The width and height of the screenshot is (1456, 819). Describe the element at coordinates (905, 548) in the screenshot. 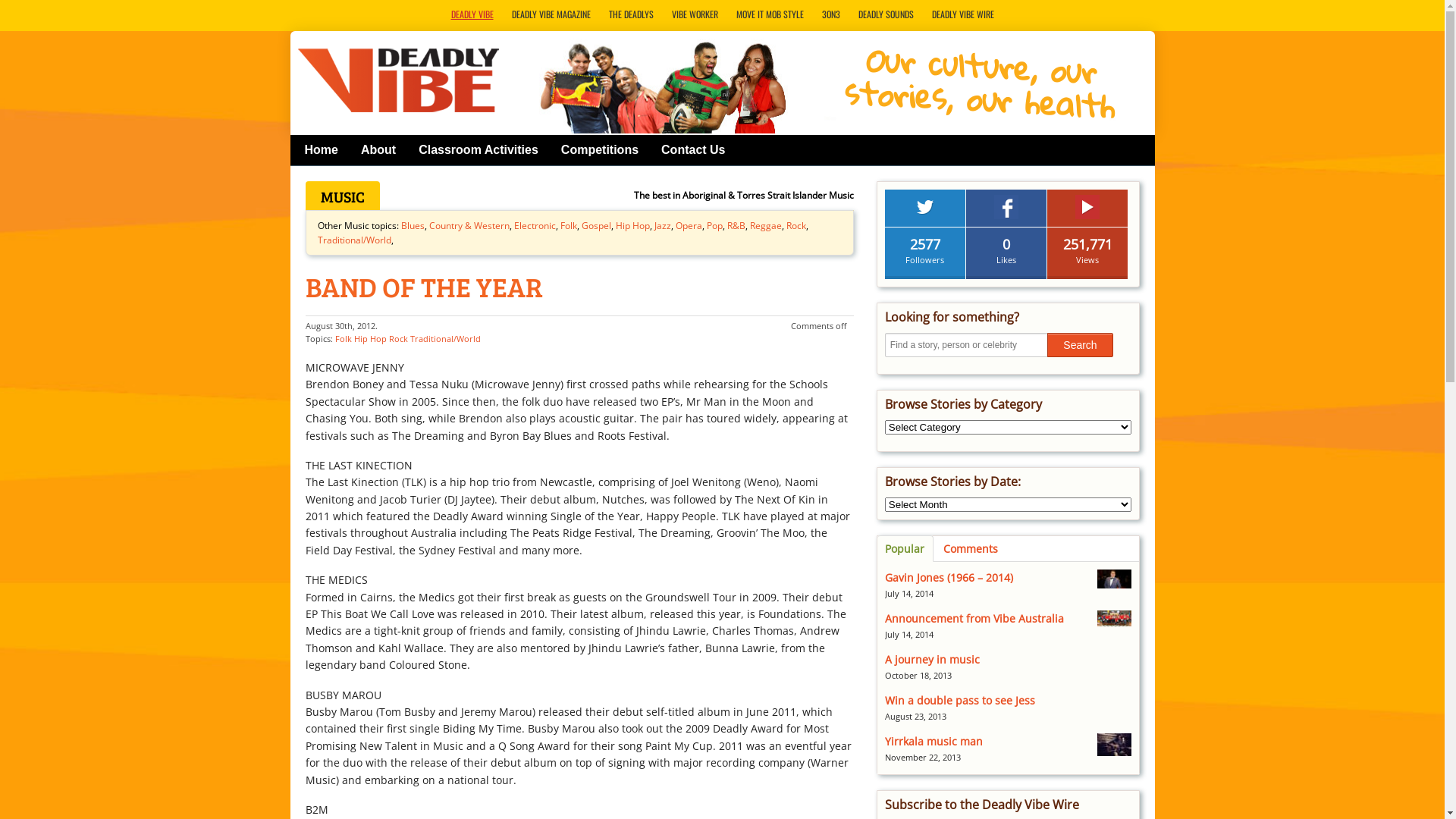

I see `'Popular'` at that location.